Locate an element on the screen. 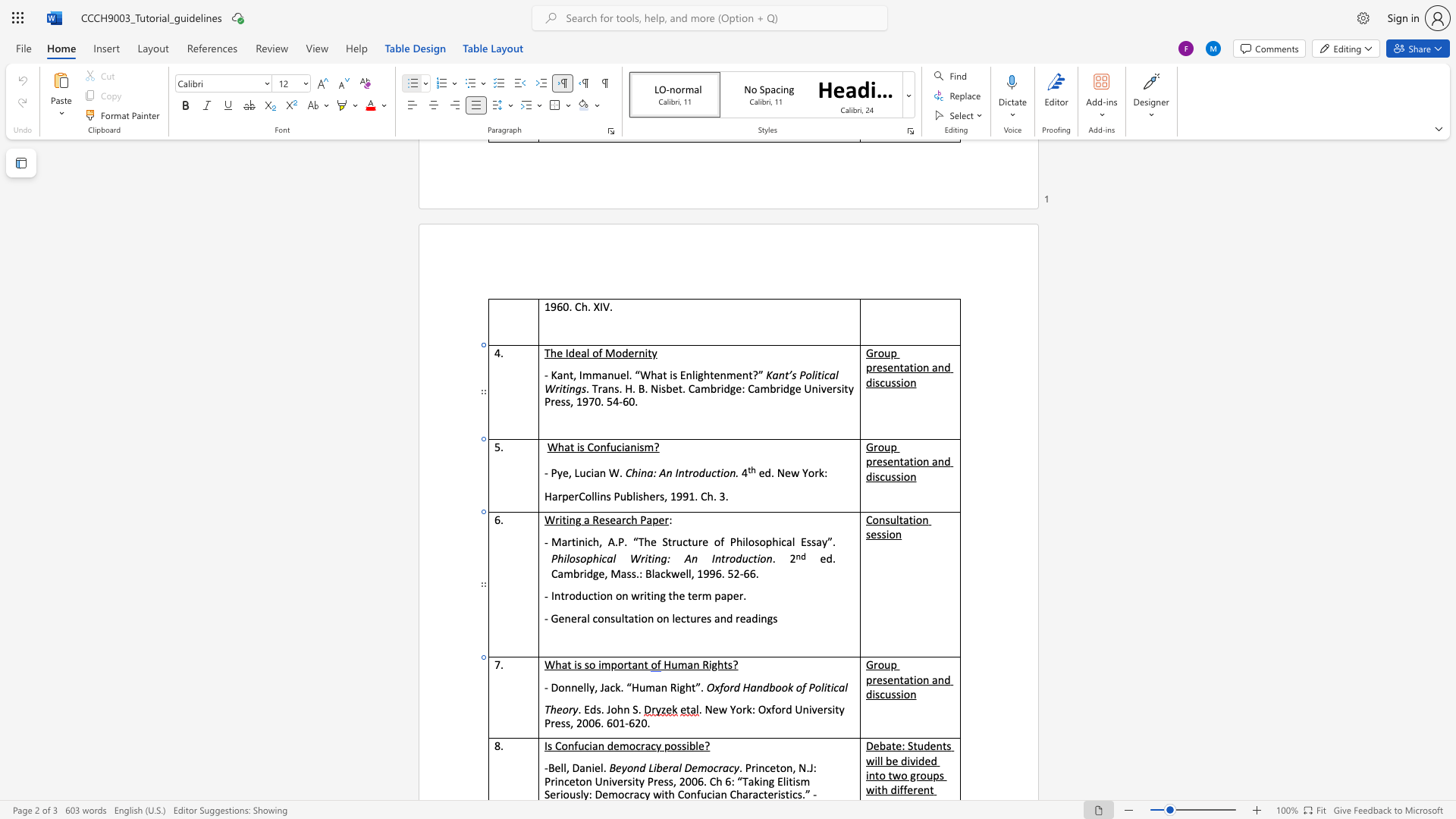  the 1th character "n" in the text is located at coordinates (566, 618).